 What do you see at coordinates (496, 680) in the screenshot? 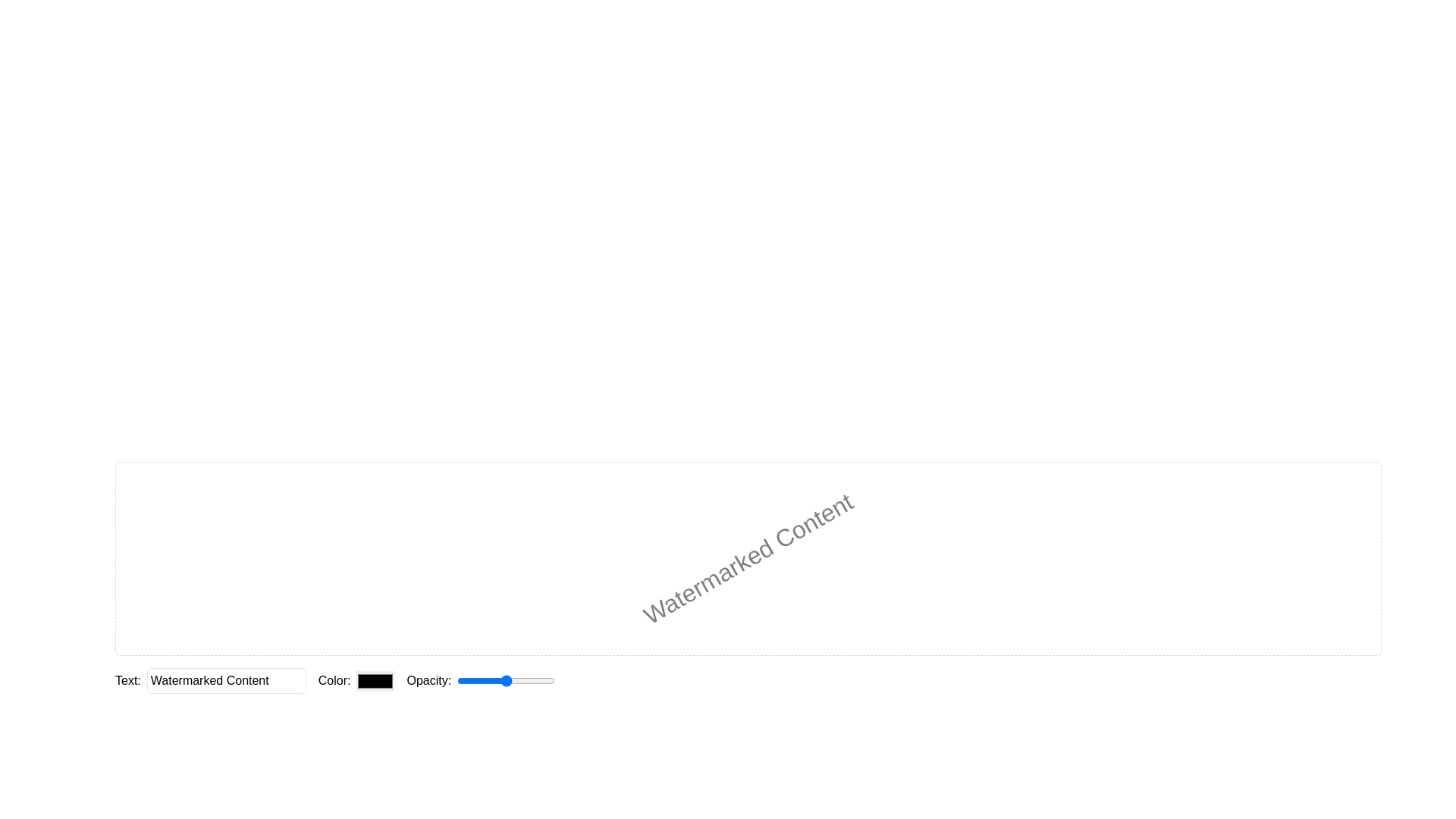
I see `the opacity value` at bounding box center [496, 680].